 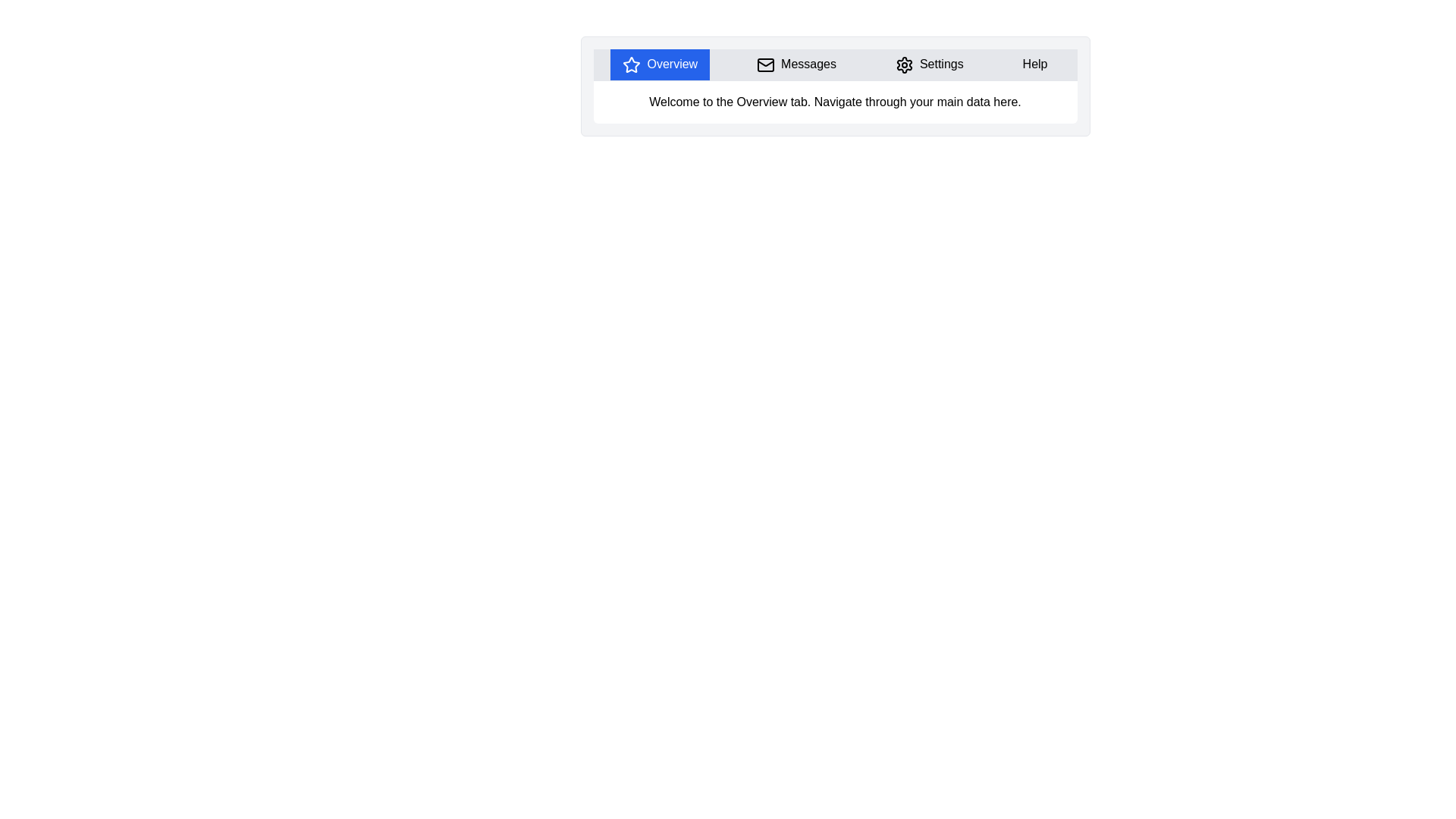 What do you see at coordinates (928, 64) in the screenshot?
I see `the tab labeled Settings by clicking its header` at bounding box center [928, 64].